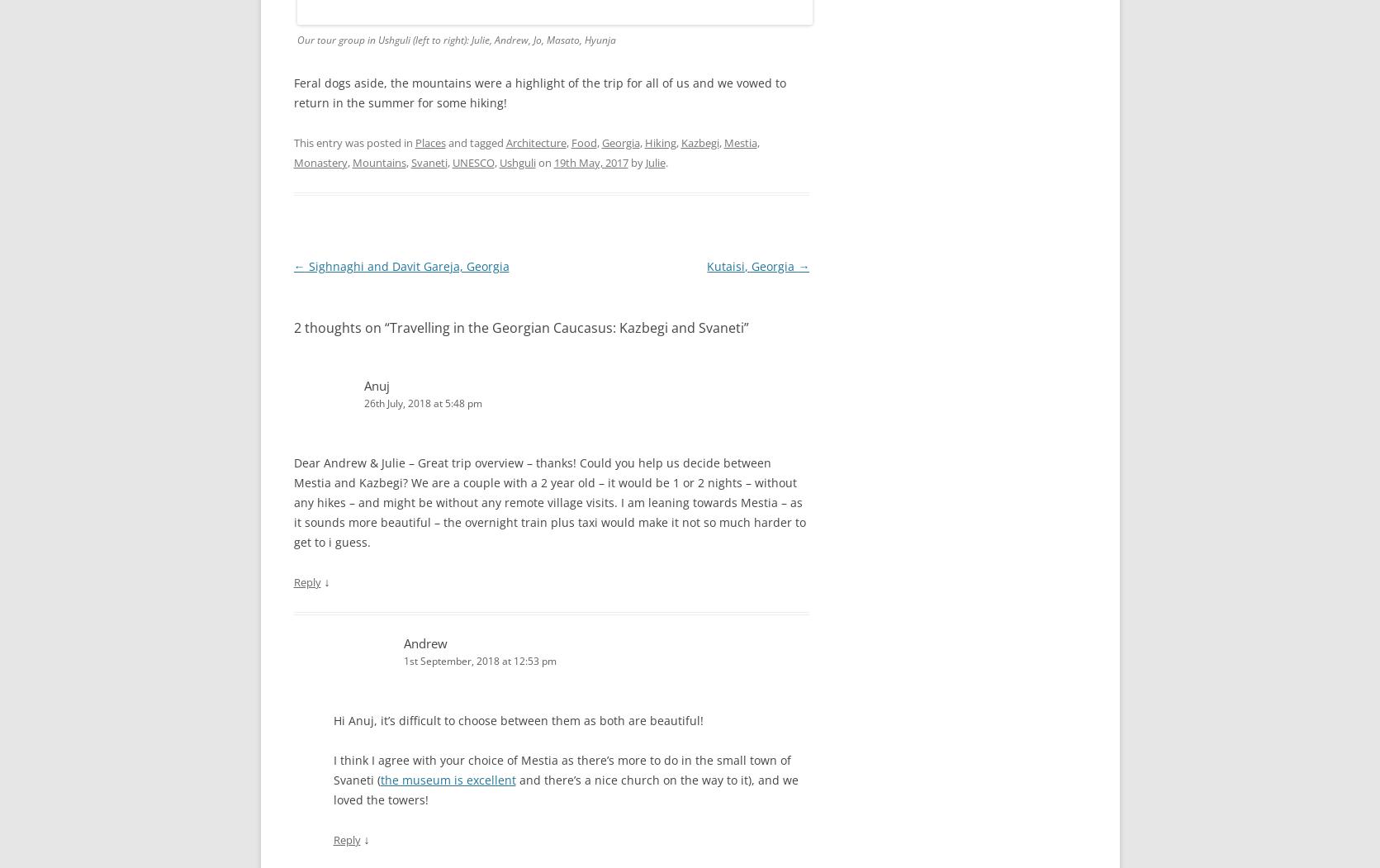 The width and height of the screenshot is (1380, 868). What do you see at coordinates (428, 162) in the screenshot?
I see `'Svaneti'` at bounding box center [428, 162].